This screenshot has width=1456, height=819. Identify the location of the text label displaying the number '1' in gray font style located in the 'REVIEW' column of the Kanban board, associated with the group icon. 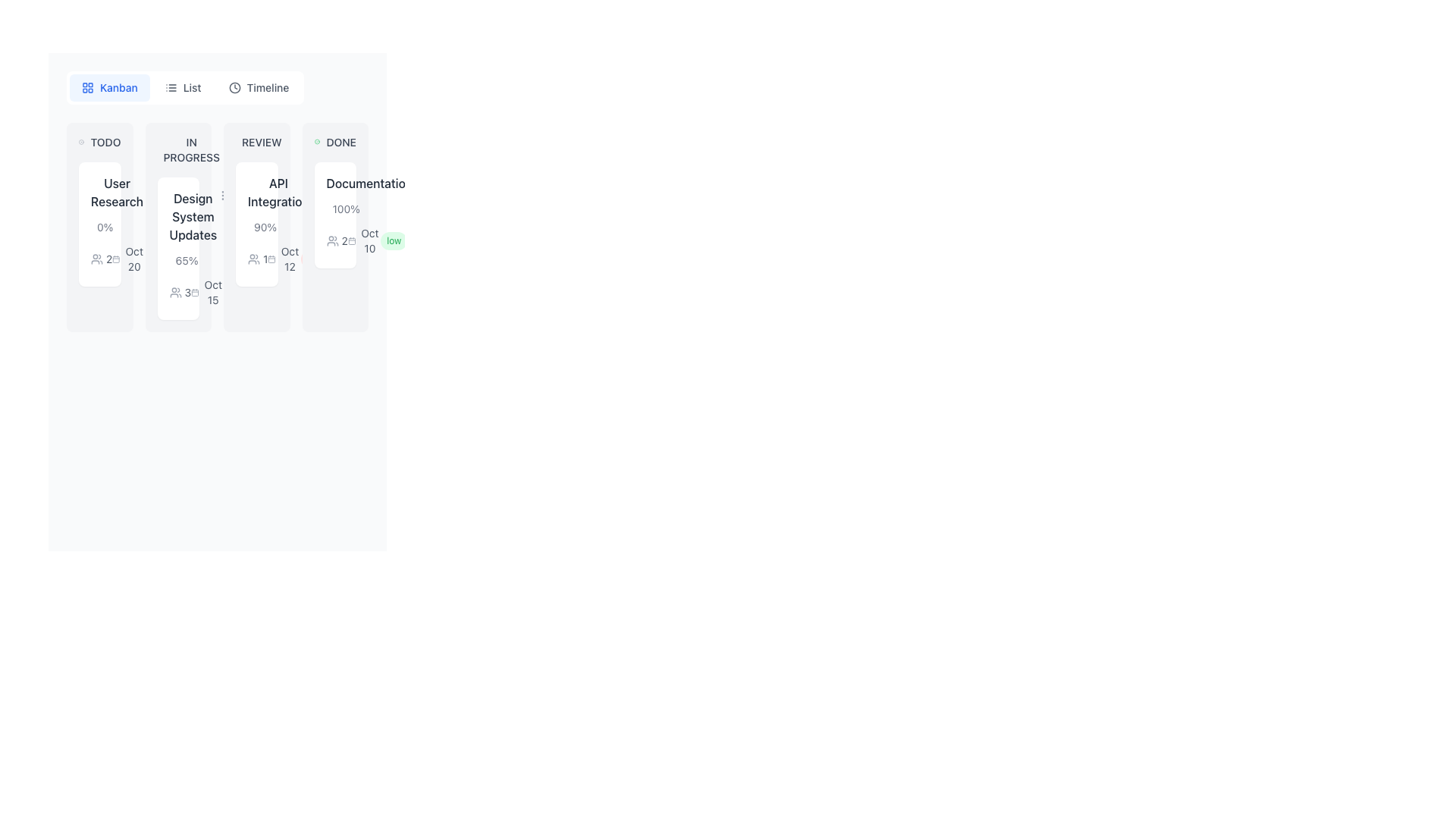
(265, 259).